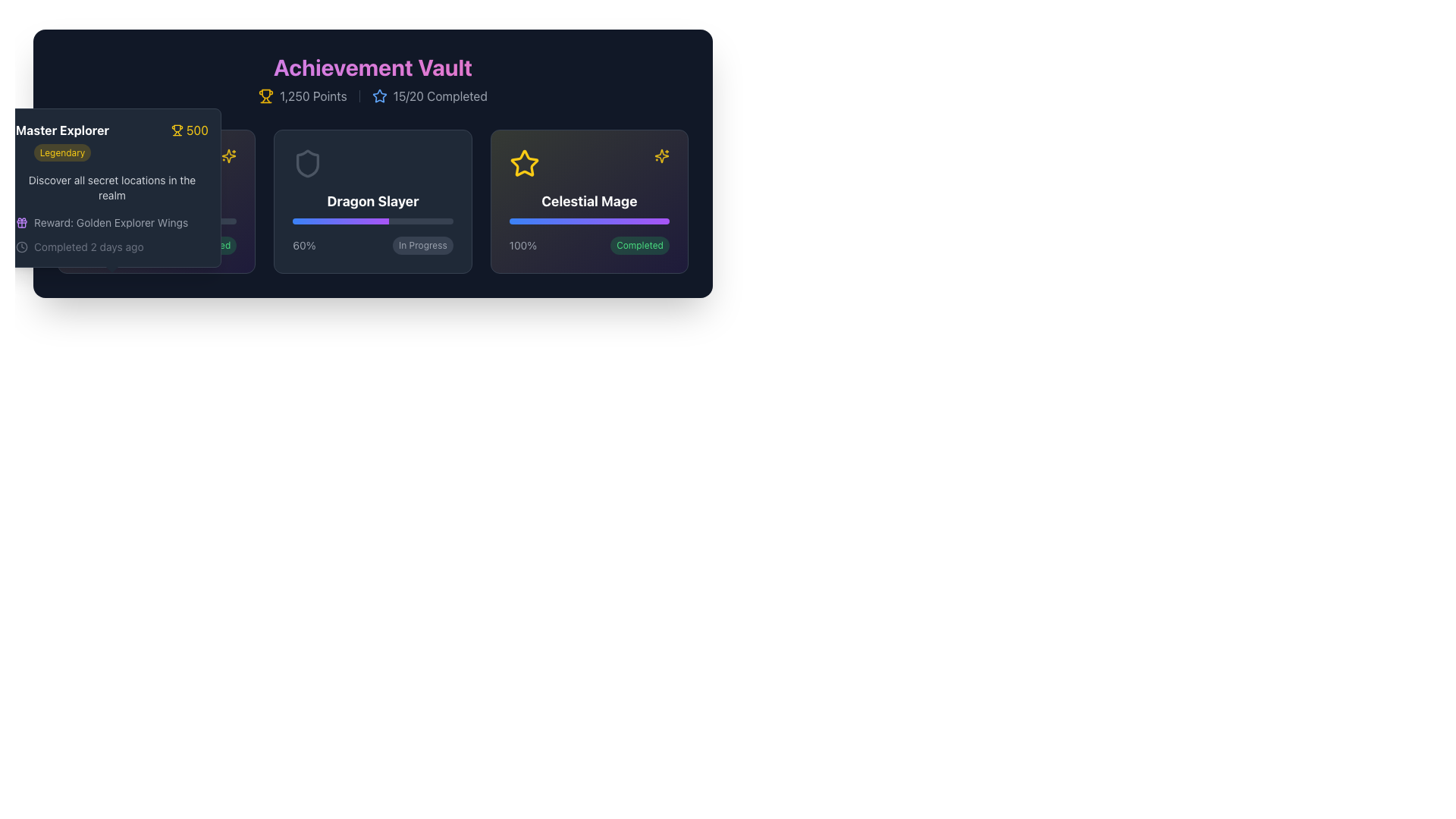 This screenshot has width=1456, height=819. I want to click on the visual styling of the 'In Progress' badge, which is a small rectangular badge with a dark background and light gray text, located within the 'Dragon Slayer' card, aligned with the progress percentage indicator, so click(422, 245).